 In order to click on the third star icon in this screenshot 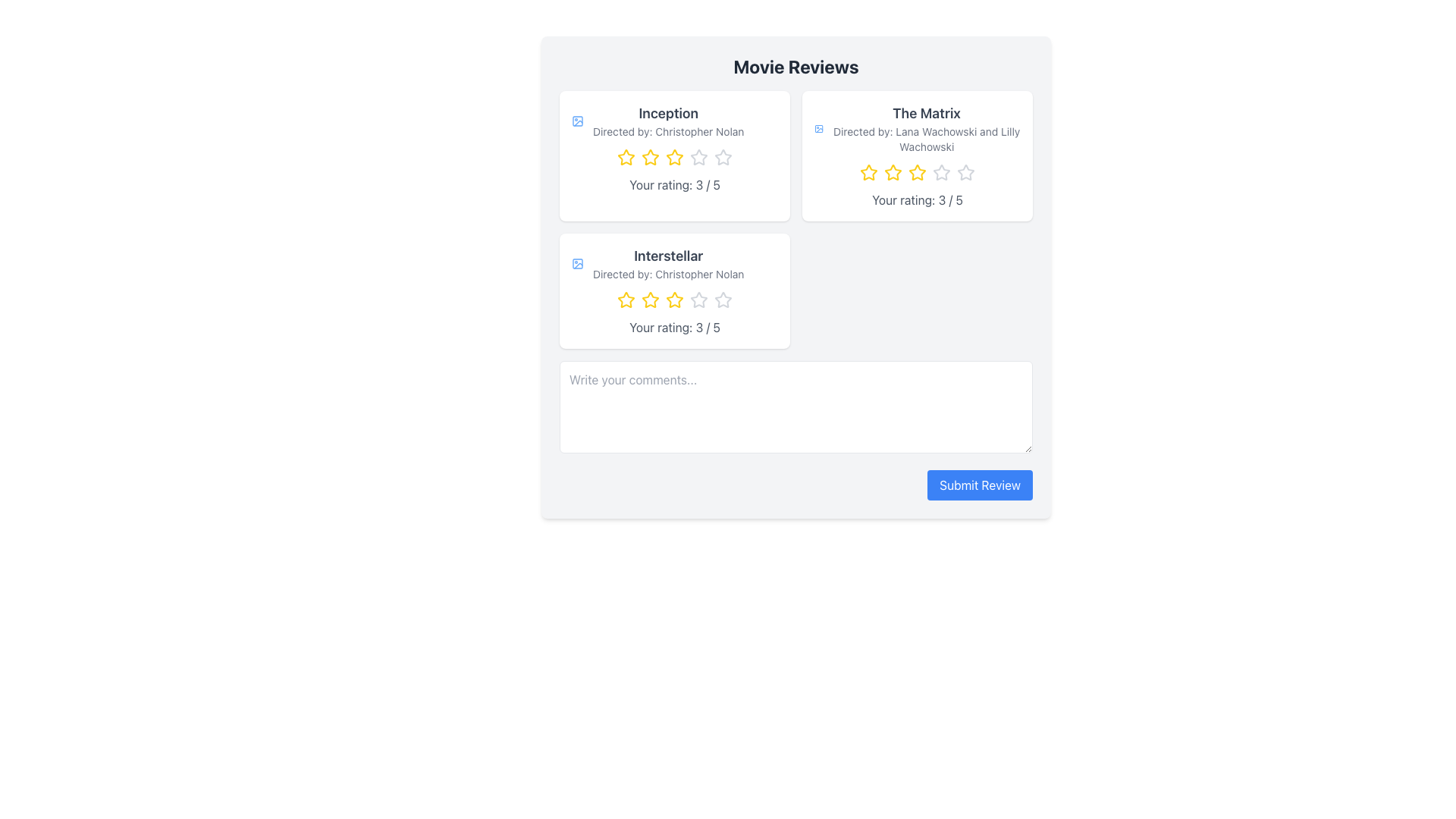, I will do `click(673, 158)`.